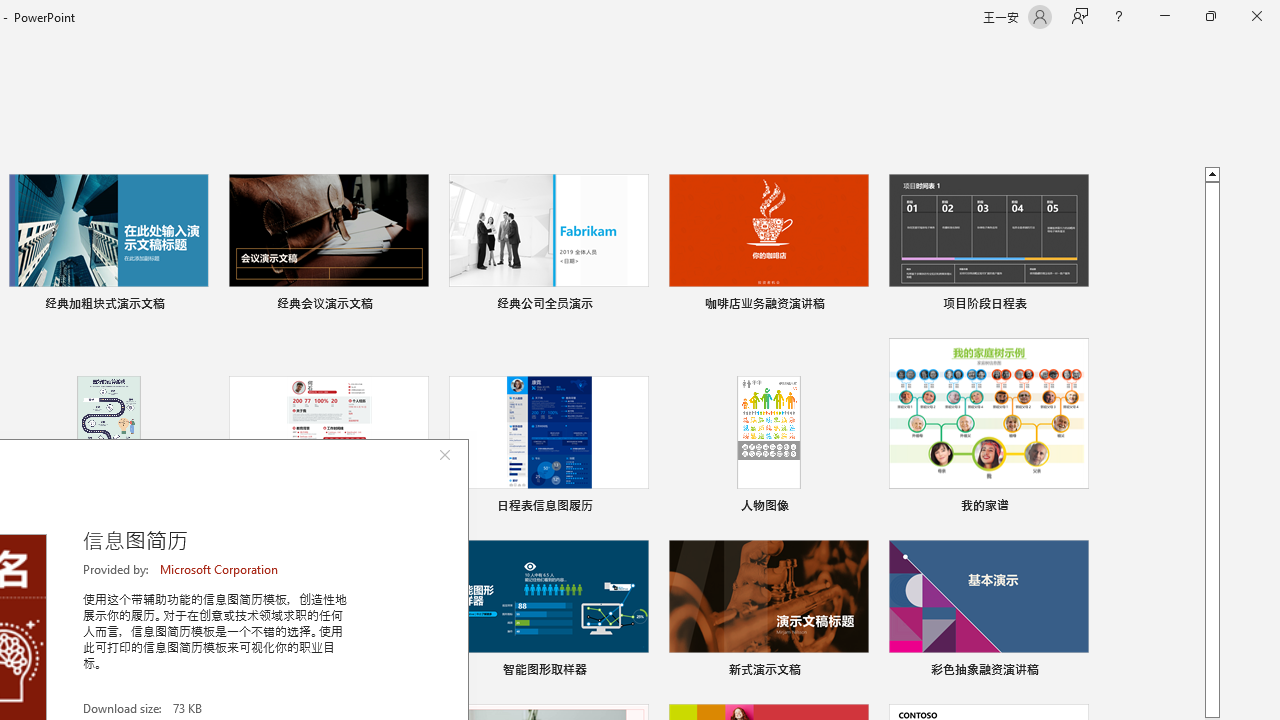 The width and height of the screenshot is (1280, 720). Describe the element at coordinates (1074, 672) in the screenshot. I see `'Pin to list'` at that location.